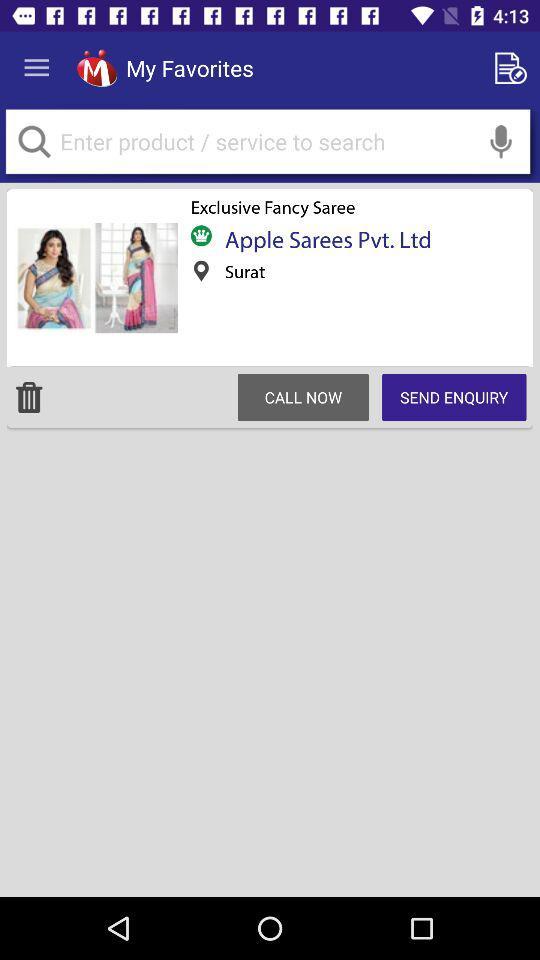  I want to click on the item next to exclusive fancy saree item, so click(94, 277).